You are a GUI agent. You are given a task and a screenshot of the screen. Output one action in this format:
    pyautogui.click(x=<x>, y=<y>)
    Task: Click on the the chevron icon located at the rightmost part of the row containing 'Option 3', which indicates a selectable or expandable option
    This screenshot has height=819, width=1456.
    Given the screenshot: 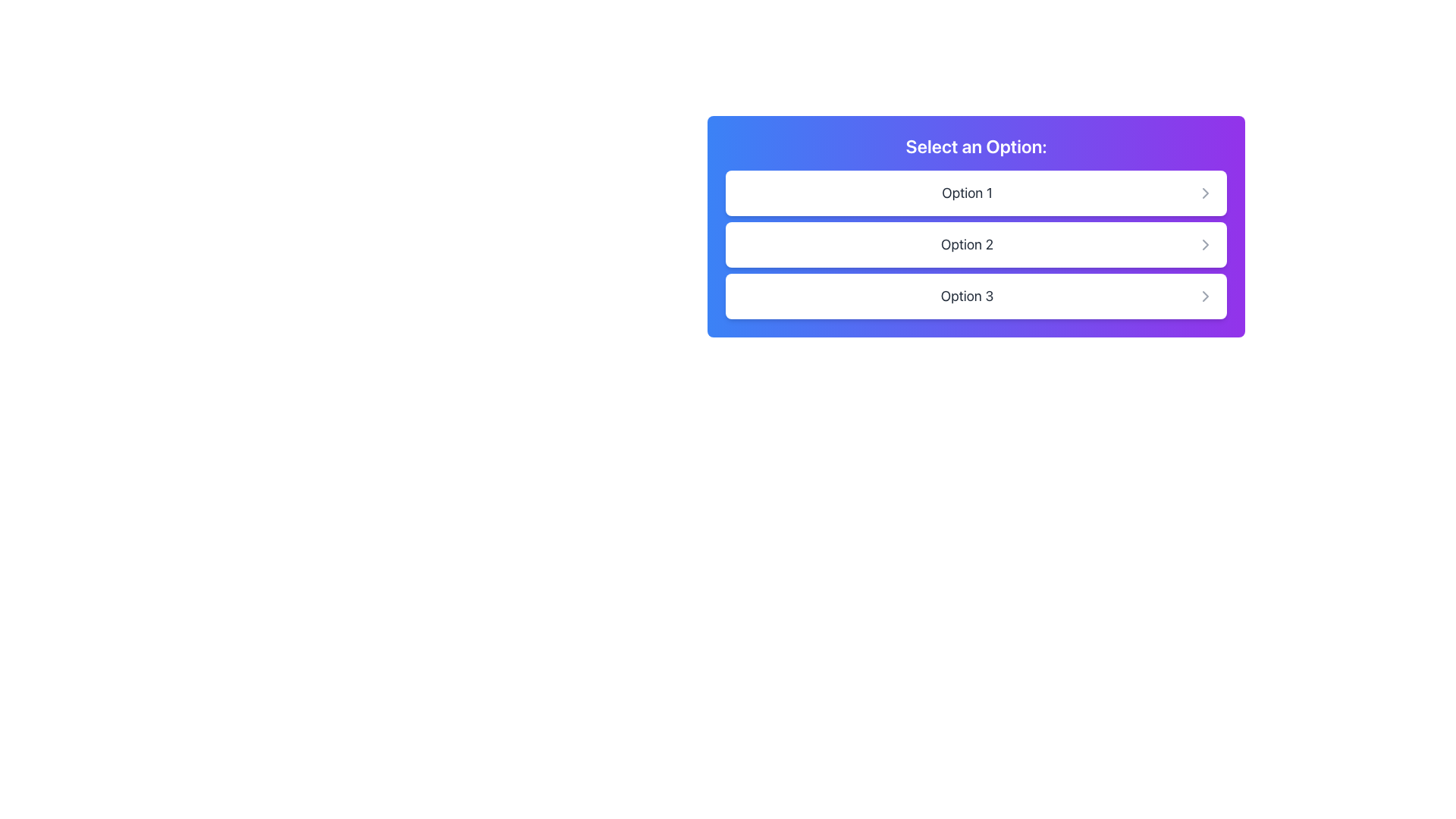 What is the action you would take?
    pyautogui.click(x=1204, y=296)
    